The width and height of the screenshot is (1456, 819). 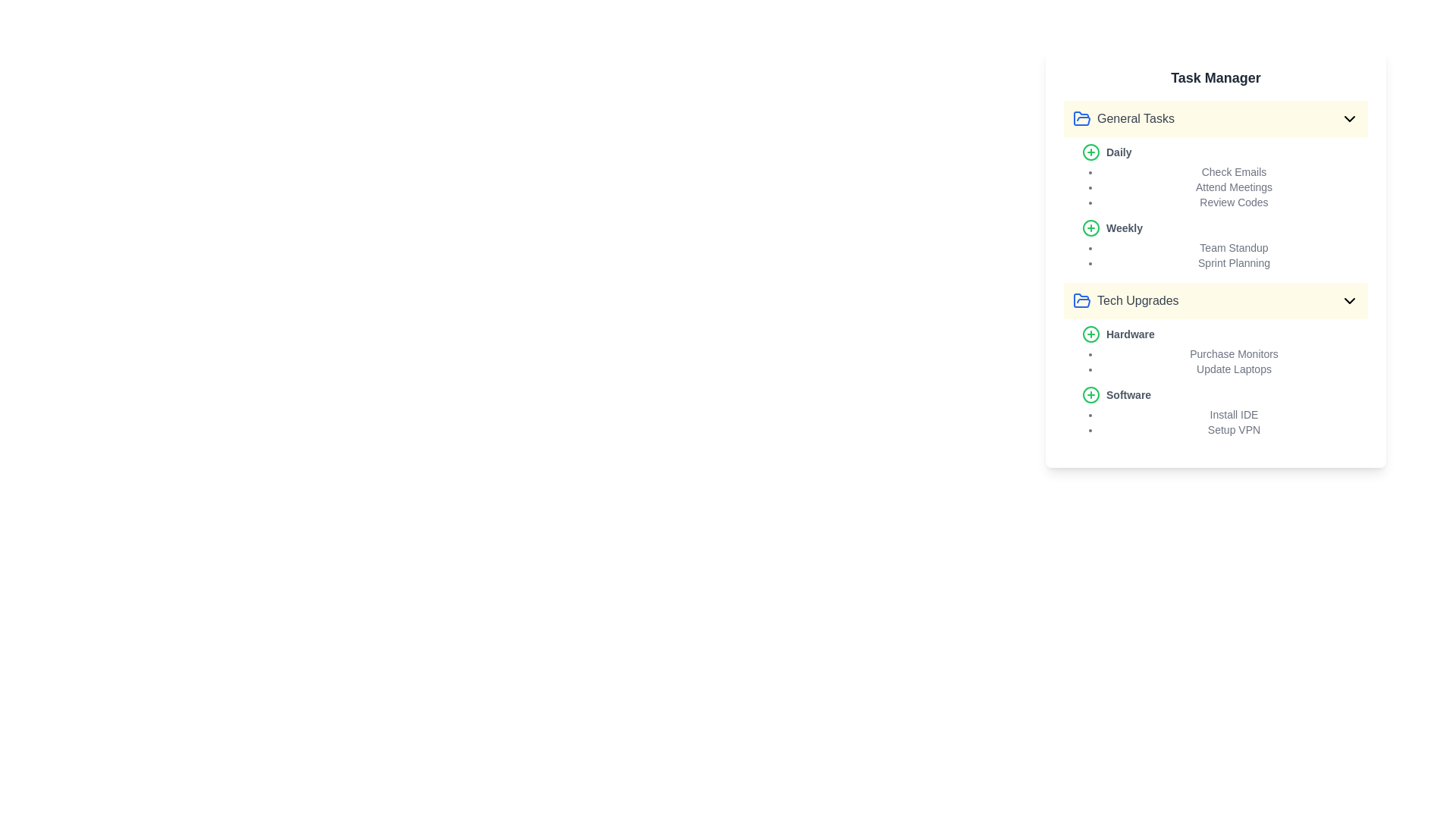 What do you see at coordinates (1090, 394) in the screenshot?
I see `the circular green outlined icon with a green plus symbol located next to the 'Software' label in the 'Tech Upgrades' section` at bounding box center [1090, 394].